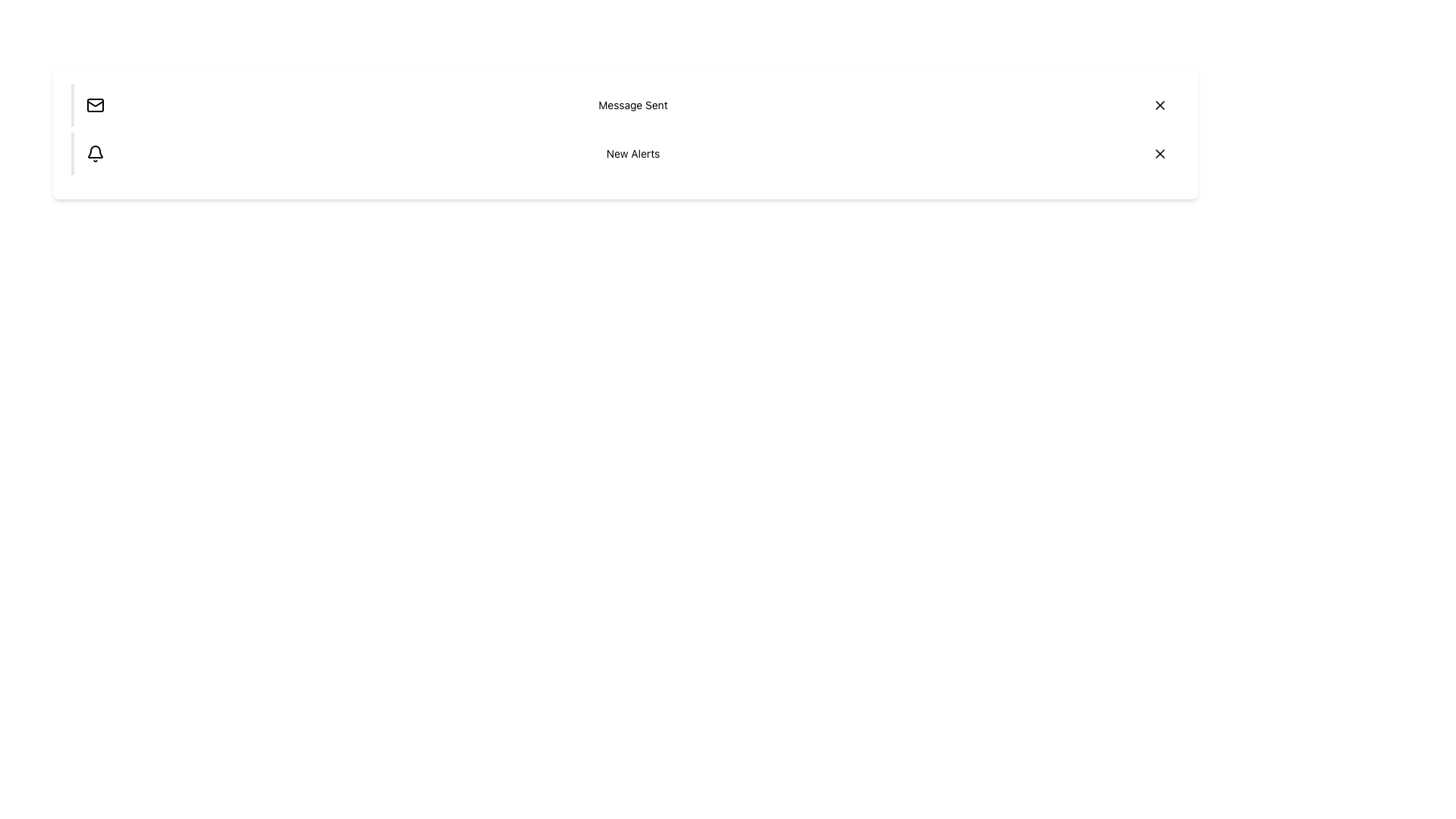  I want to click on the 'X' button on the right side of the notification banner, so click(1159, 154).